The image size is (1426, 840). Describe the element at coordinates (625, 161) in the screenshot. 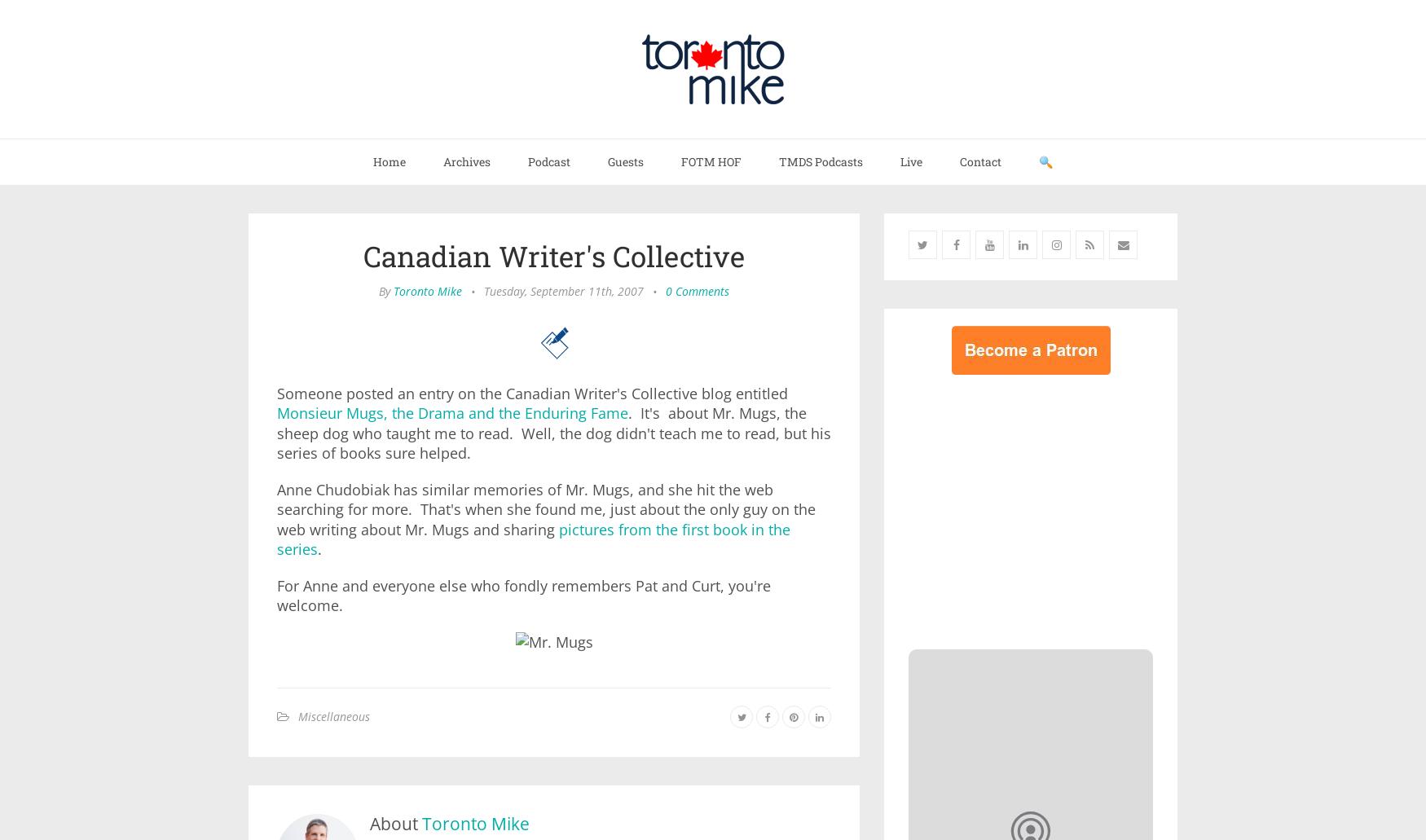

I see `'Guests'` at that location.